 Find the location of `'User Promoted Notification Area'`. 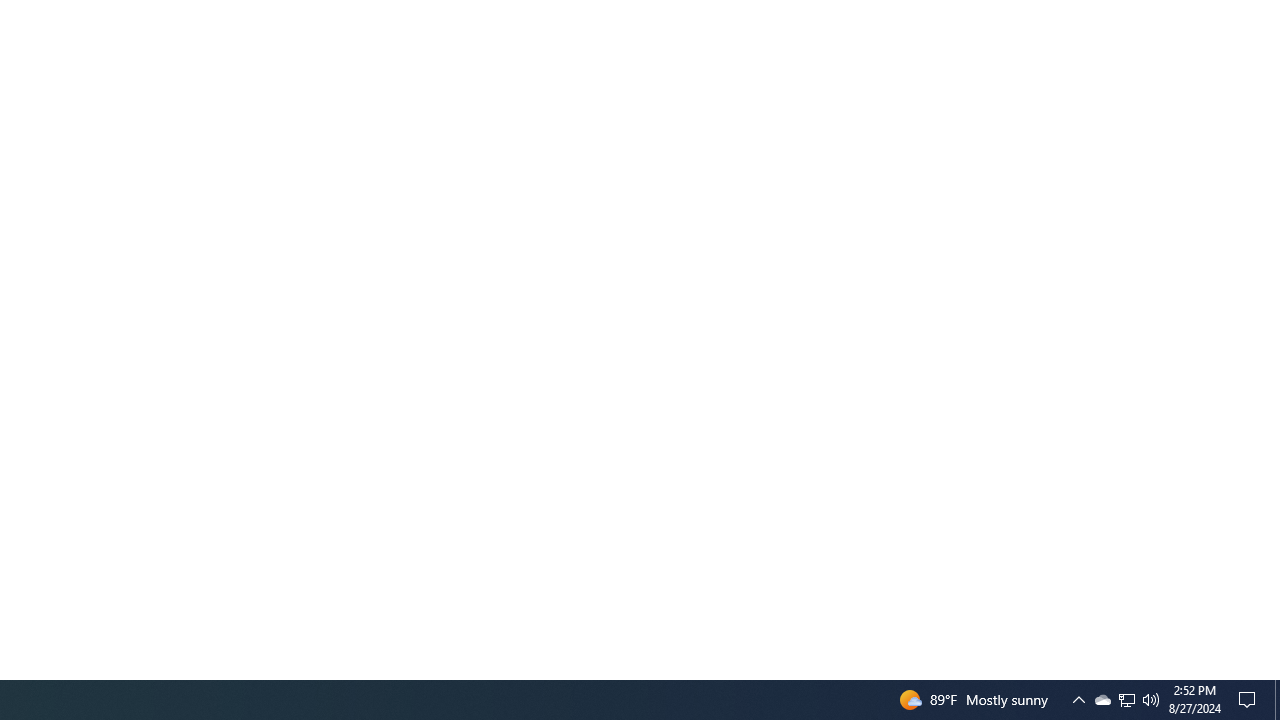

'User Promoted Notification Area' is located at coordinates (1127, 698).